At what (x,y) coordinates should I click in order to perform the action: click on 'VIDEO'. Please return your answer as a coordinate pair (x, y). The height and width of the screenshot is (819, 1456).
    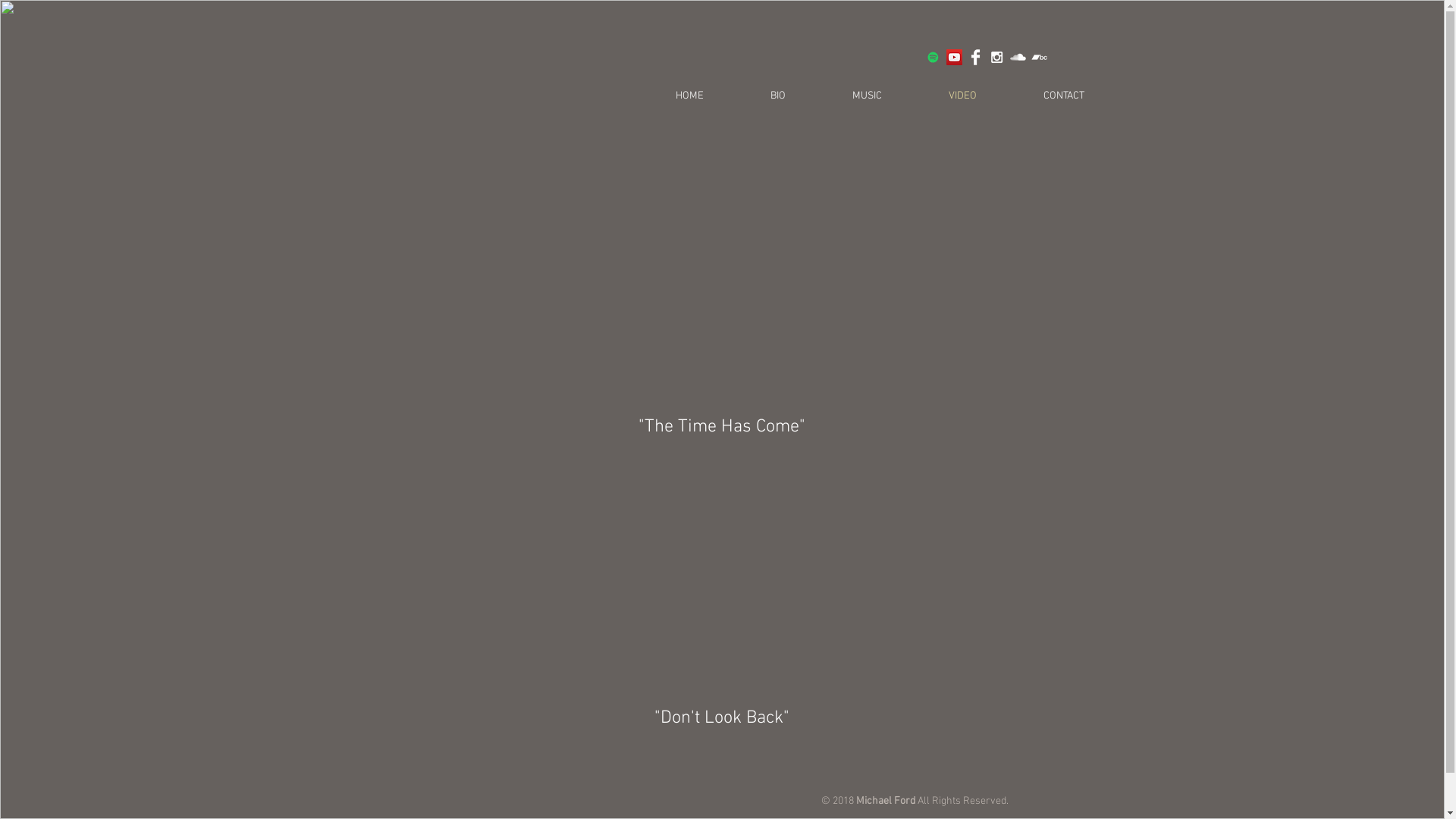
    Looking at the image, I should click on (938, 96).